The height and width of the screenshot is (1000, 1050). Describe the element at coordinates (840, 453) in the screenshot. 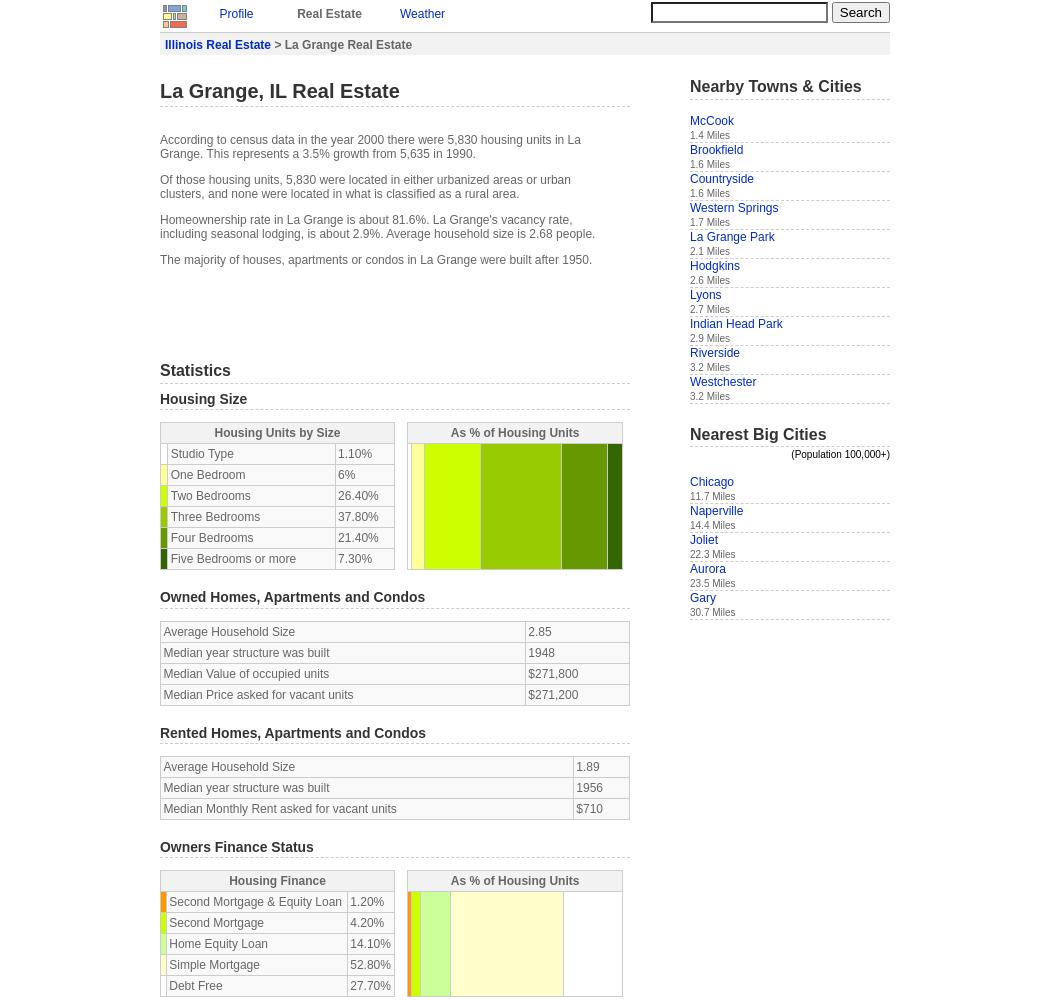

I see `'(Population 100,000+)'` at that location.